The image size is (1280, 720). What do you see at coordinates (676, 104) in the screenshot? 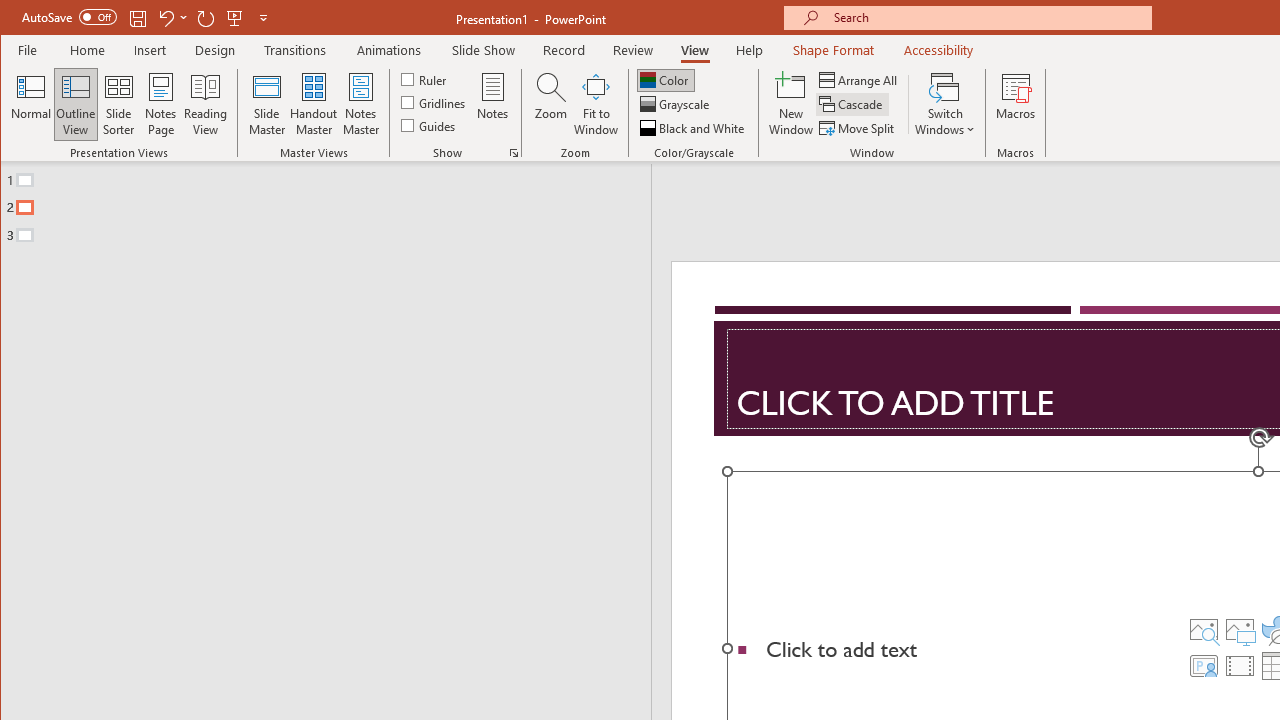
I see `'Grayscale'` at bounding box center [676, 104].